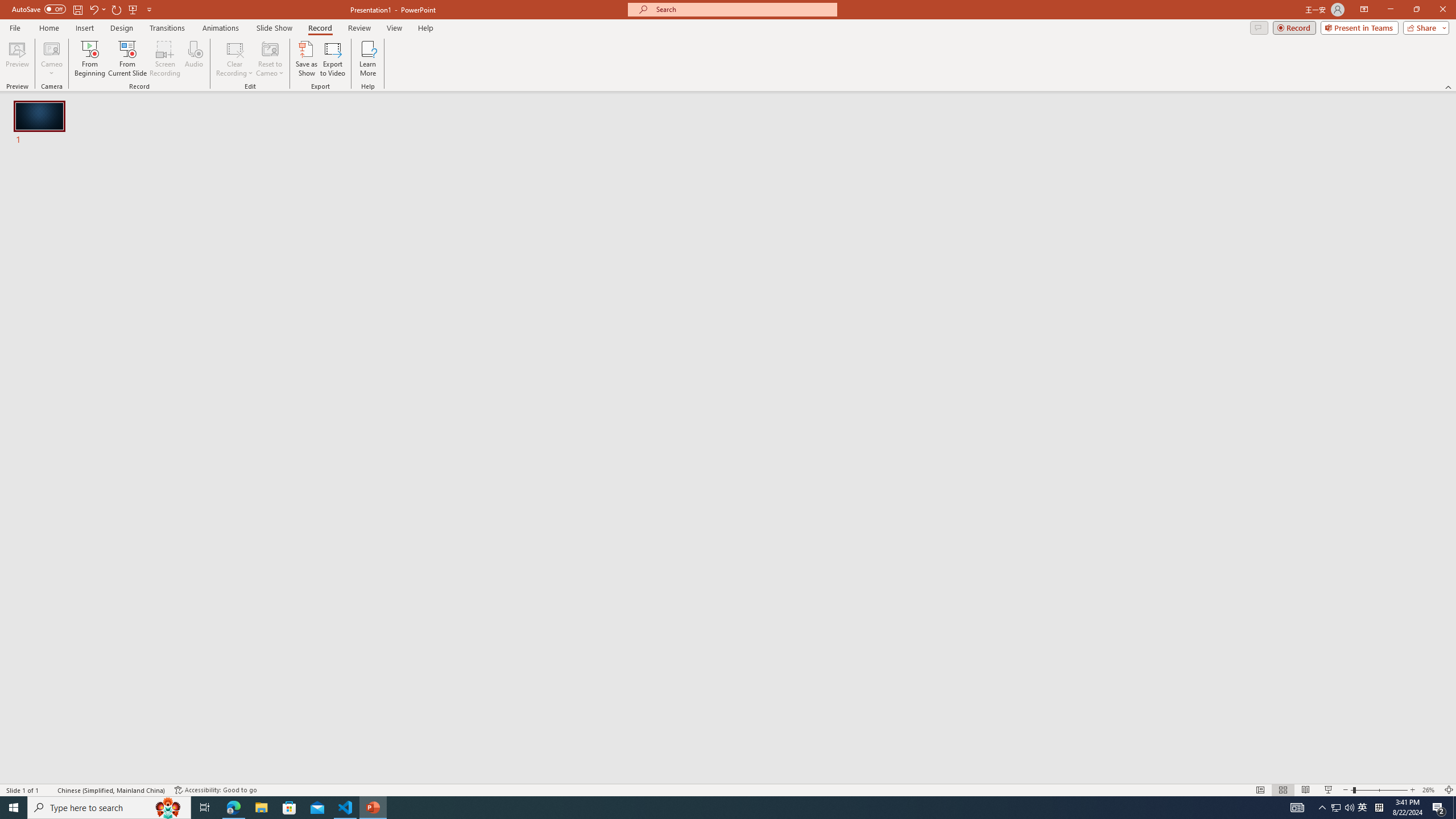  What do you see at coordinates (49, 790) in the screenshot?
I see `'Spell Check '` at bounding box center [49, 790].